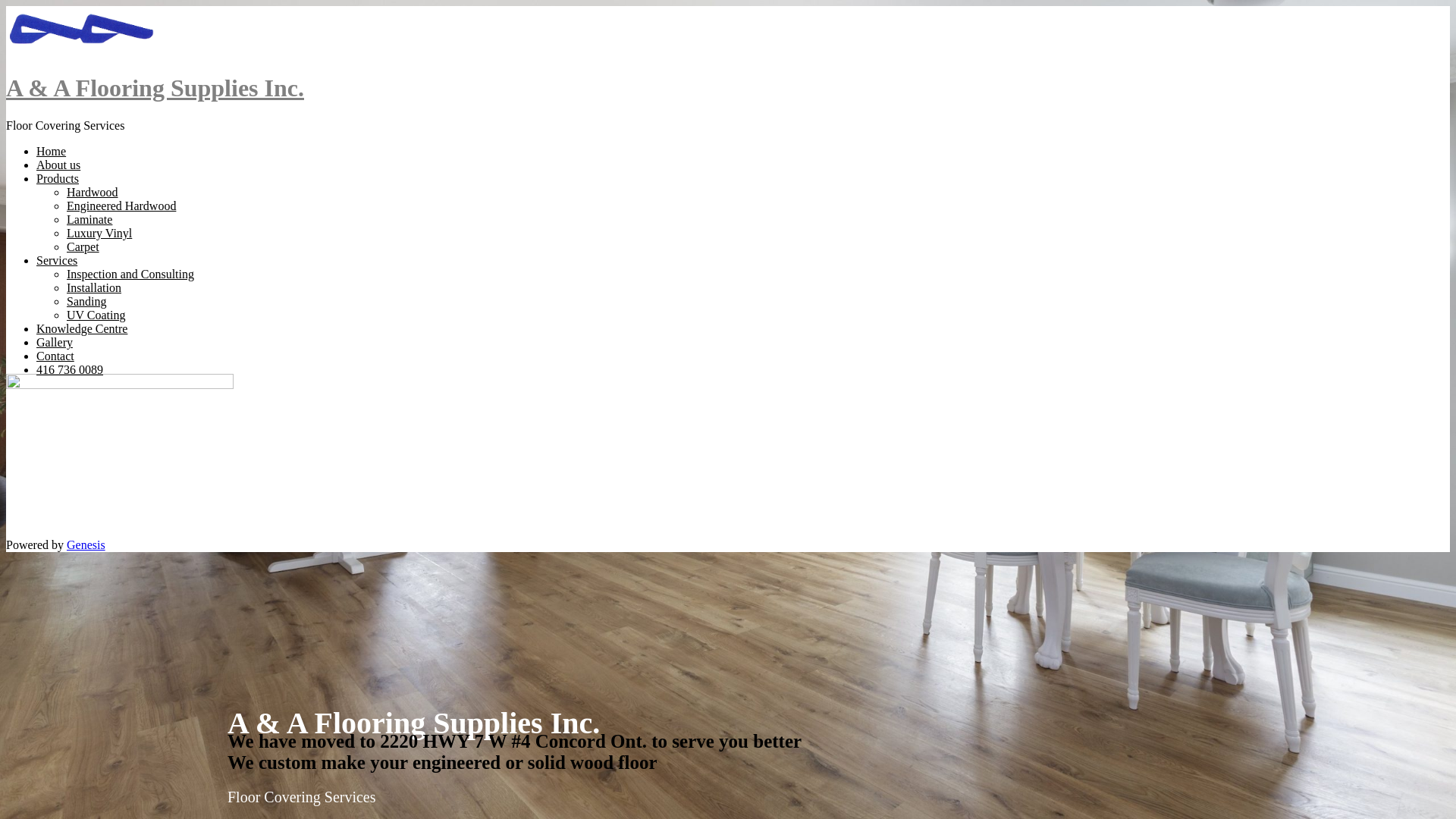 The width and height of the screenshot is (1456, 819). Describe the element at coordinates (58, 165) in the screenshot. I see `'About us'` at that location.